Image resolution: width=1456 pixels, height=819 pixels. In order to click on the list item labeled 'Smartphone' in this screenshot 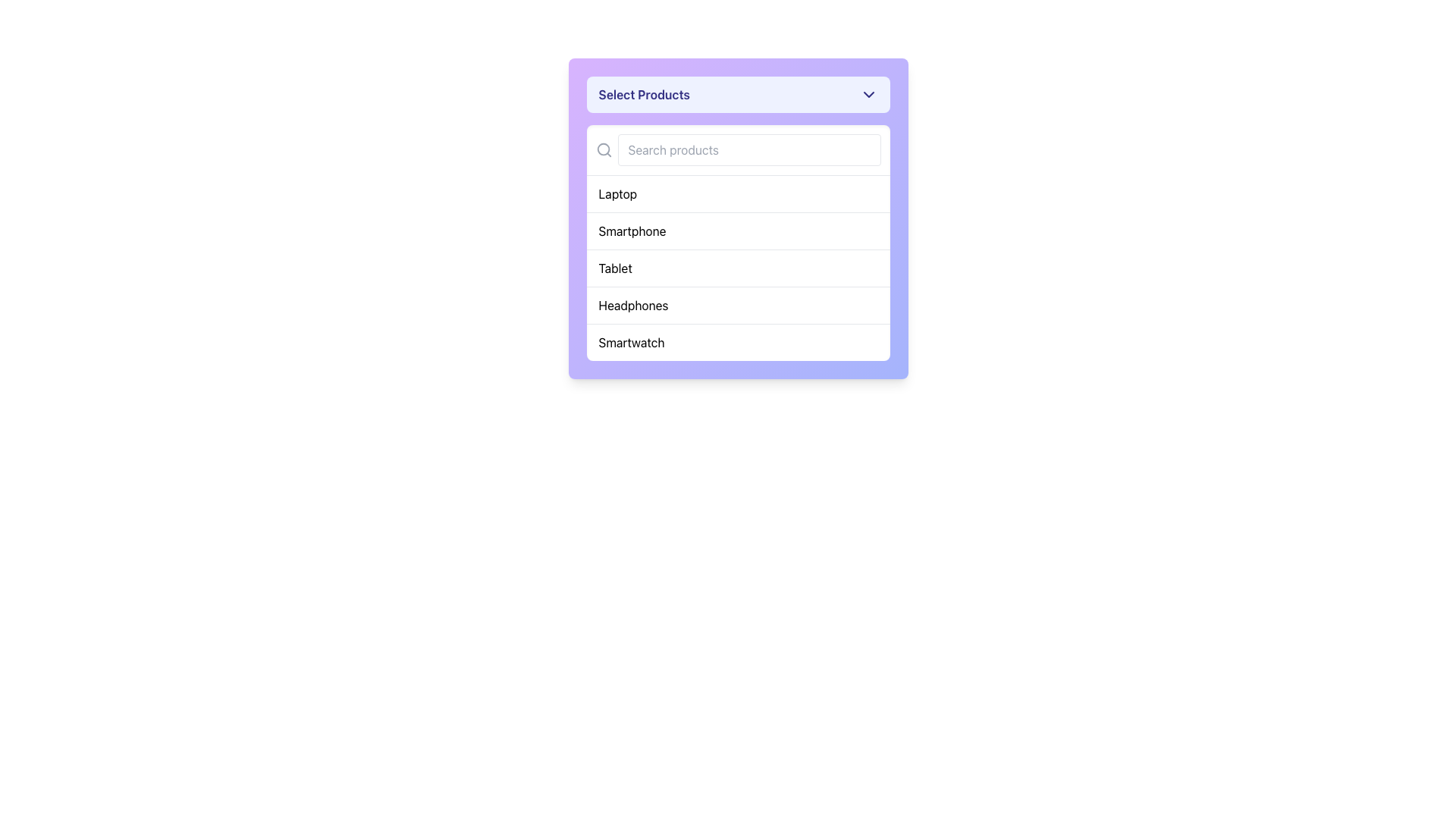, I will do `click(738, 218)`.